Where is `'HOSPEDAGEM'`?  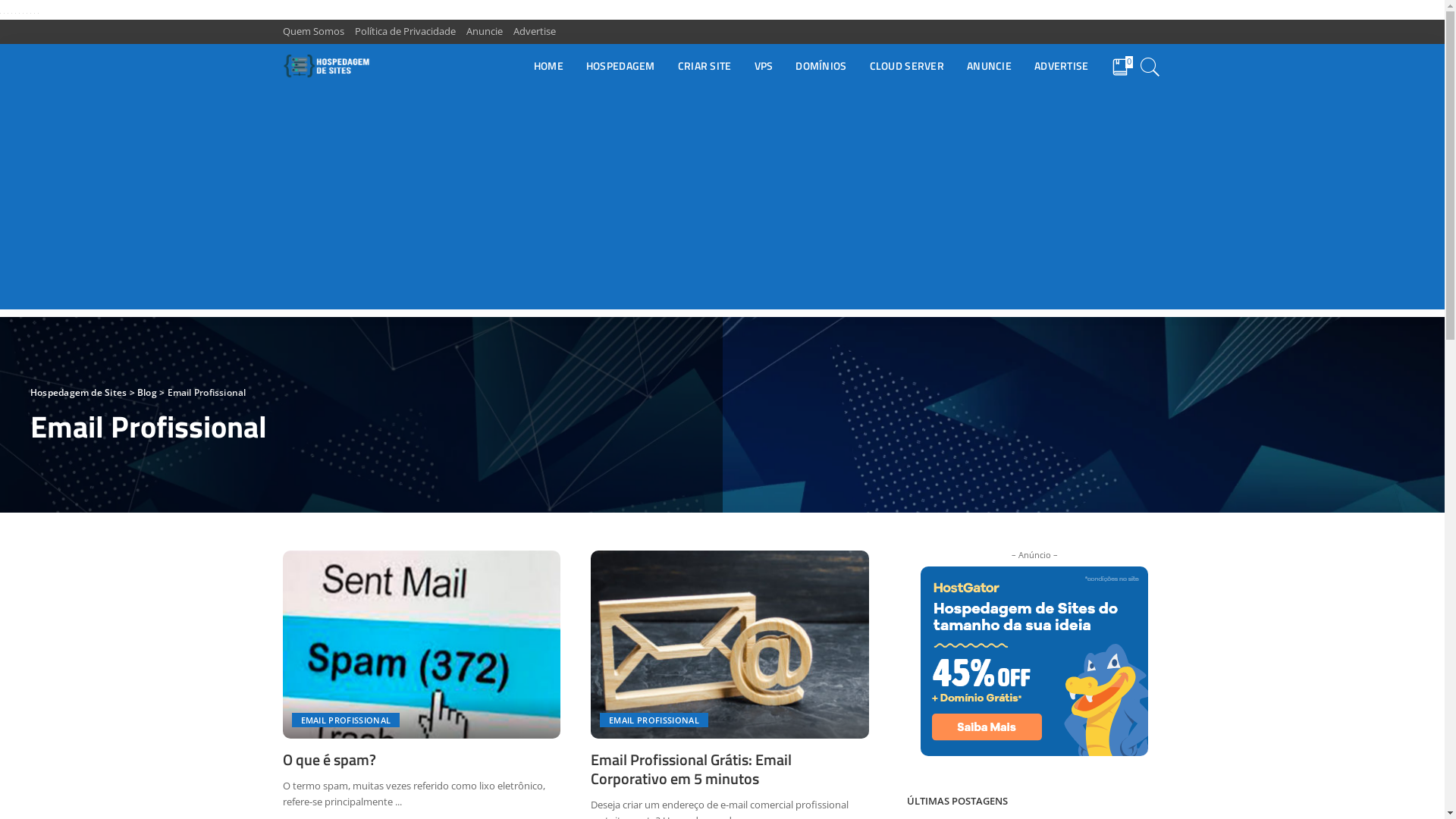 'HOSPEDAGEM' is located at coordinates (574, 66).